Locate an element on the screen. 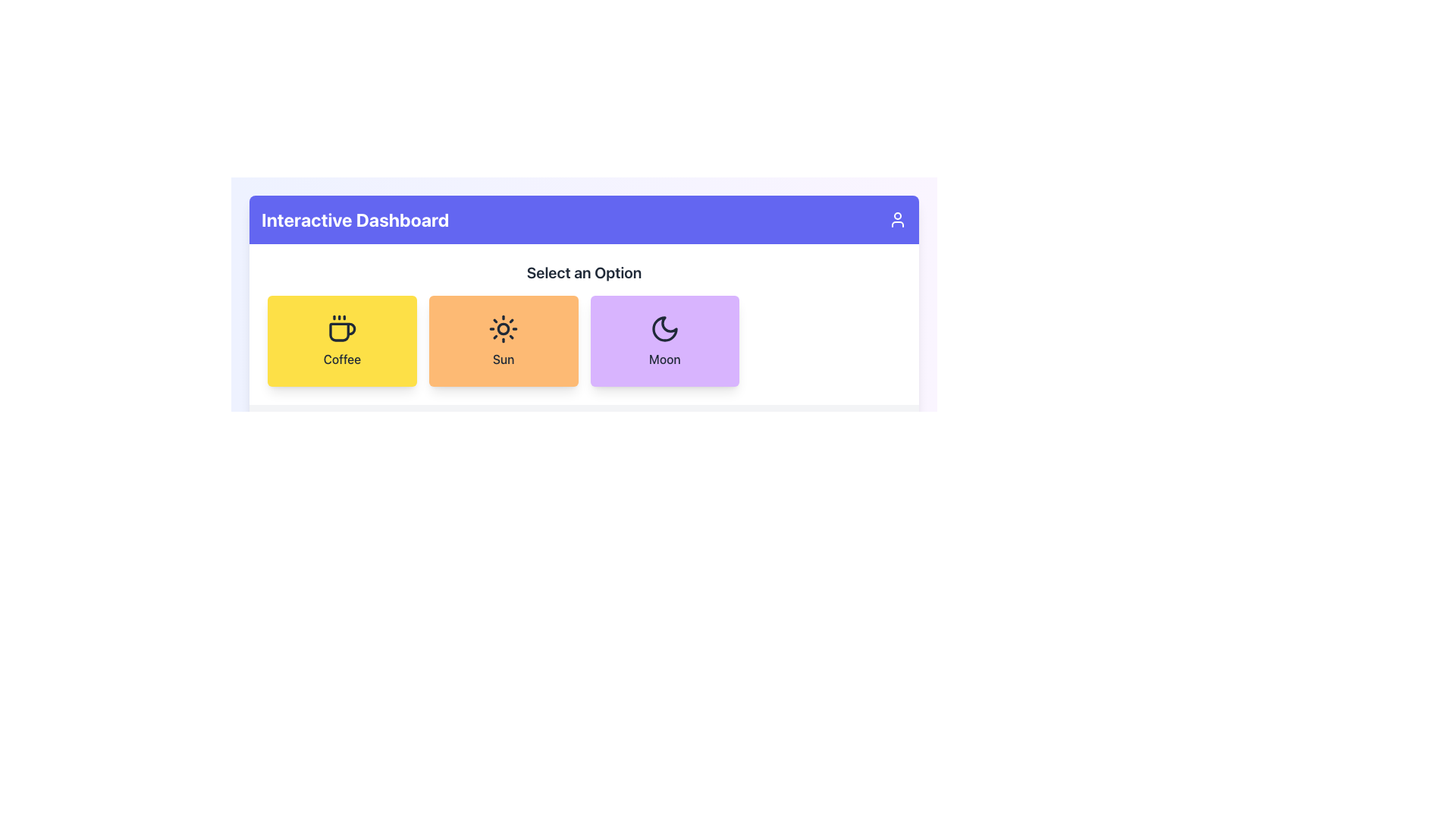 Image resolution: width=1456 pixels, height=819 pixels. the moon-shaped SVG icon located within the purple rectangular card that contains the text 'Moon' below it, which is the third card in a group of three under the heading 'Select an Option' is located at coordinates (664, 328).